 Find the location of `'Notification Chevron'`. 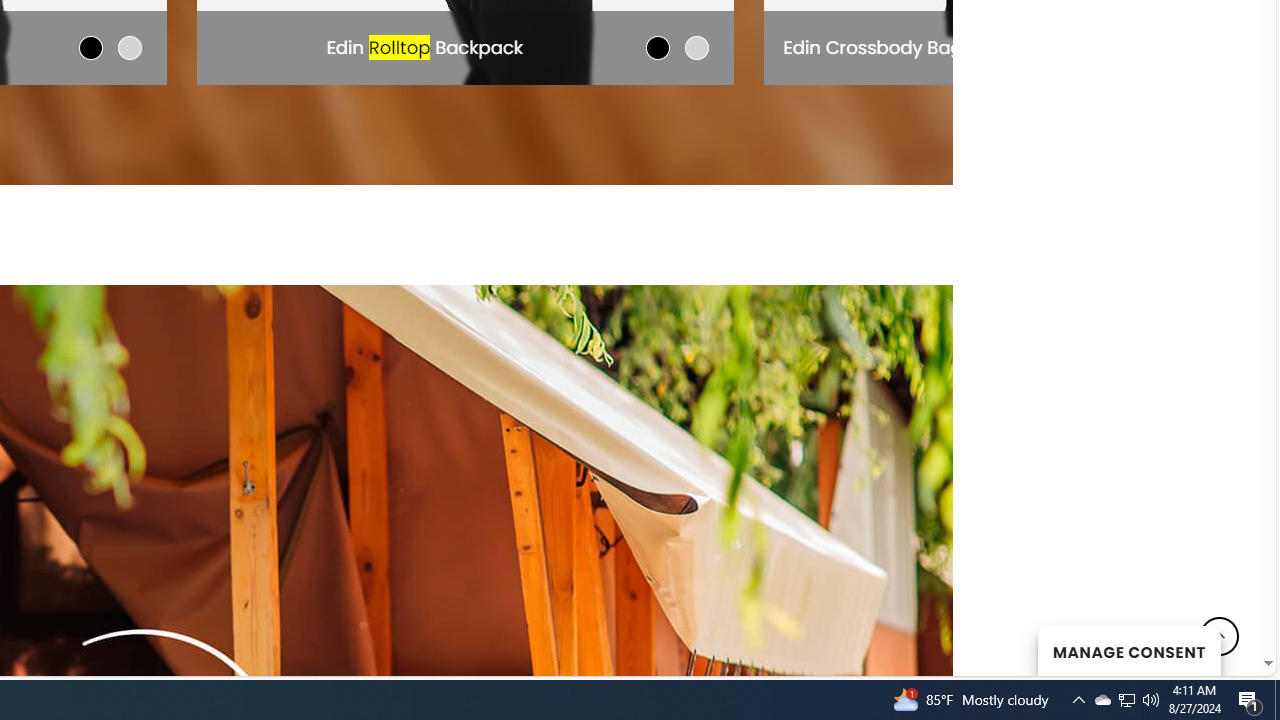

'Notification Chevron' is located at coordinates (1078, 698).